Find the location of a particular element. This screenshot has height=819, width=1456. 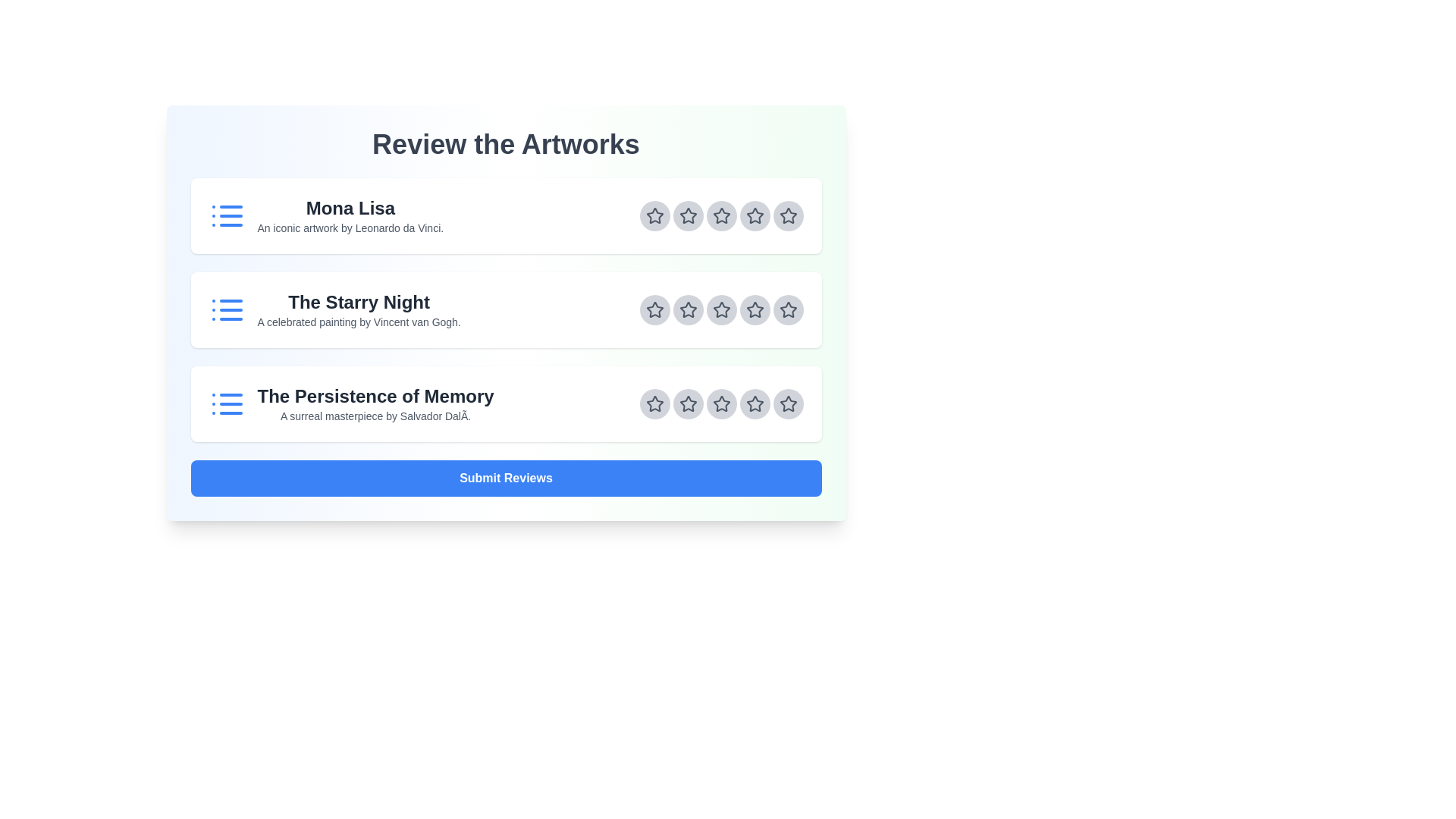

the 'Submit Reviews' button to submit the reviews is located at coordinates (506, 479).